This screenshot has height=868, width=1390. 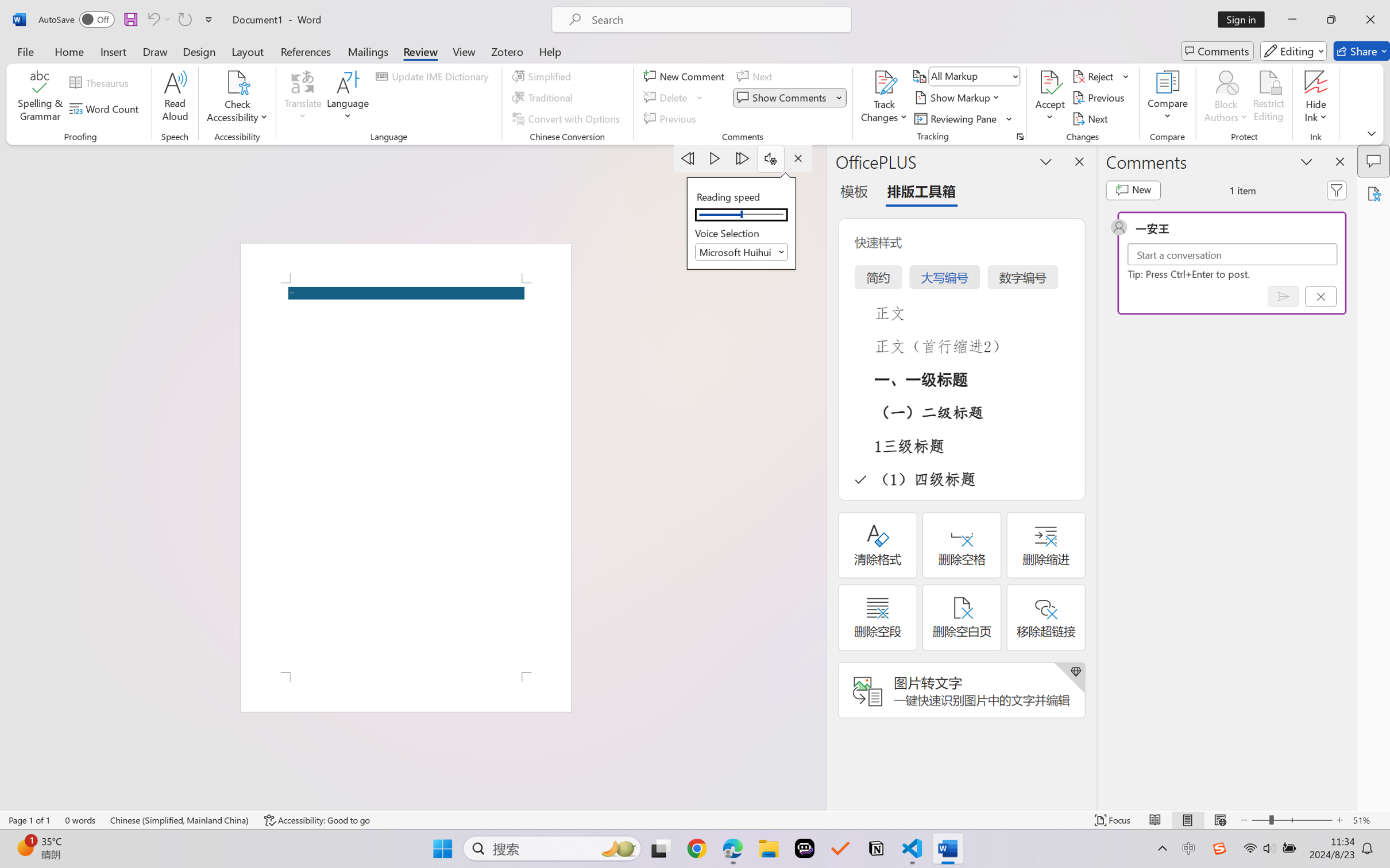 What do you see at coordinates (1168, 98) in the screenshot?
I see `'Compare'` at bounding box center [1168, 98].